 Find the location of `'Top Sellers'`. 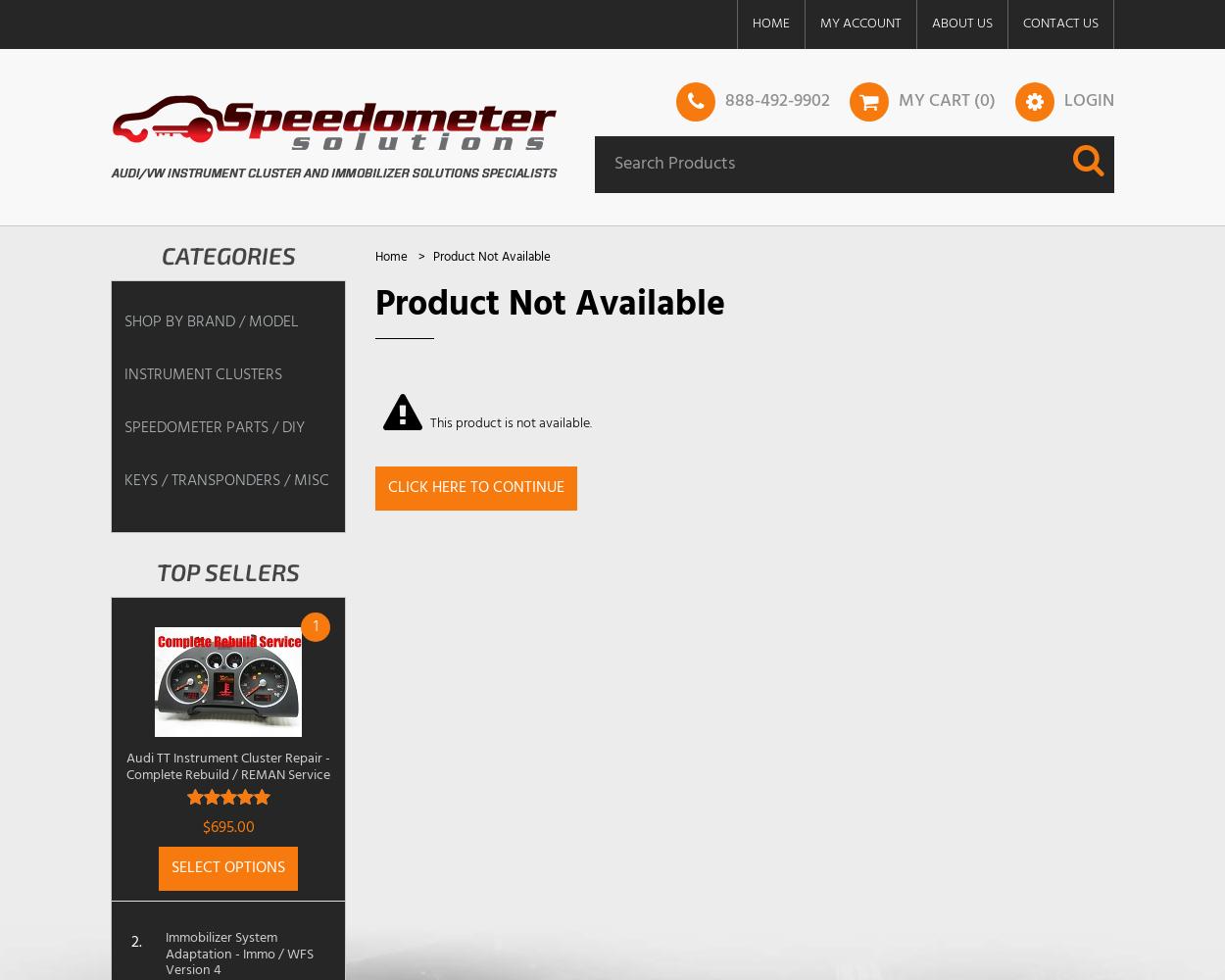

'Top Sellers' is located at coordinates (157, 570).